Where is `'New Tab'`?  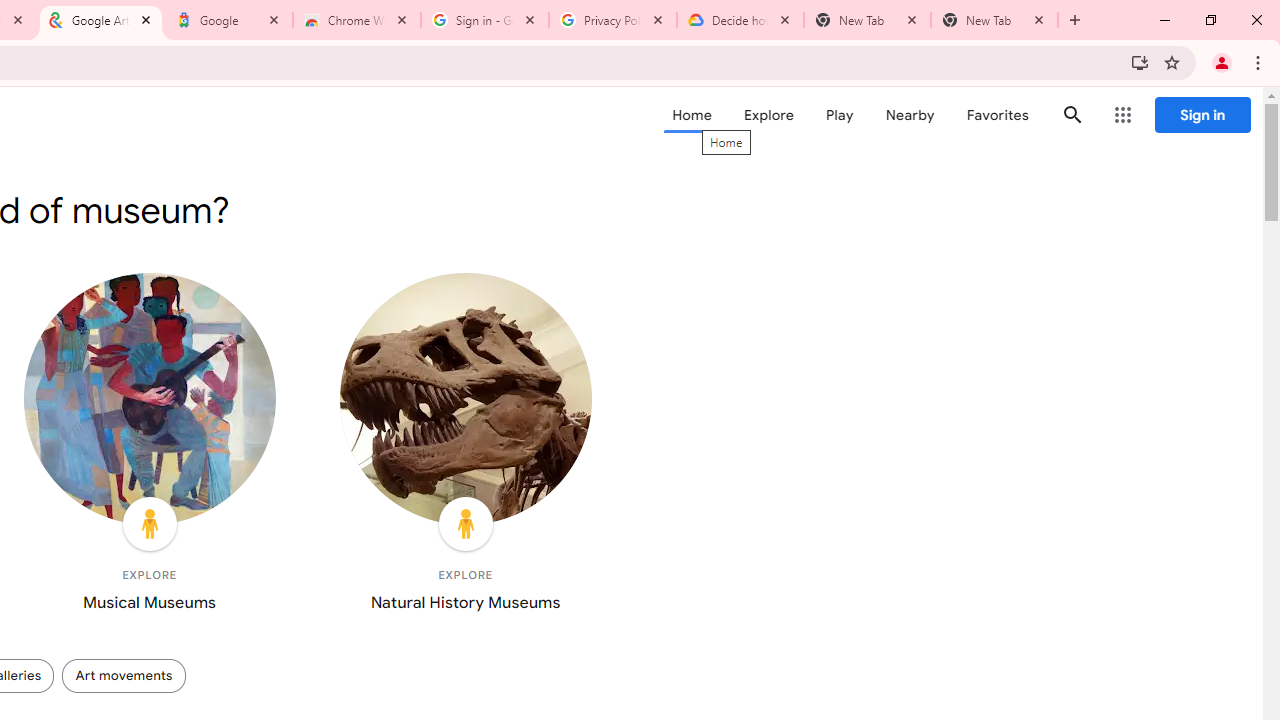 'New Tab' is located at coordinates (994, 20).